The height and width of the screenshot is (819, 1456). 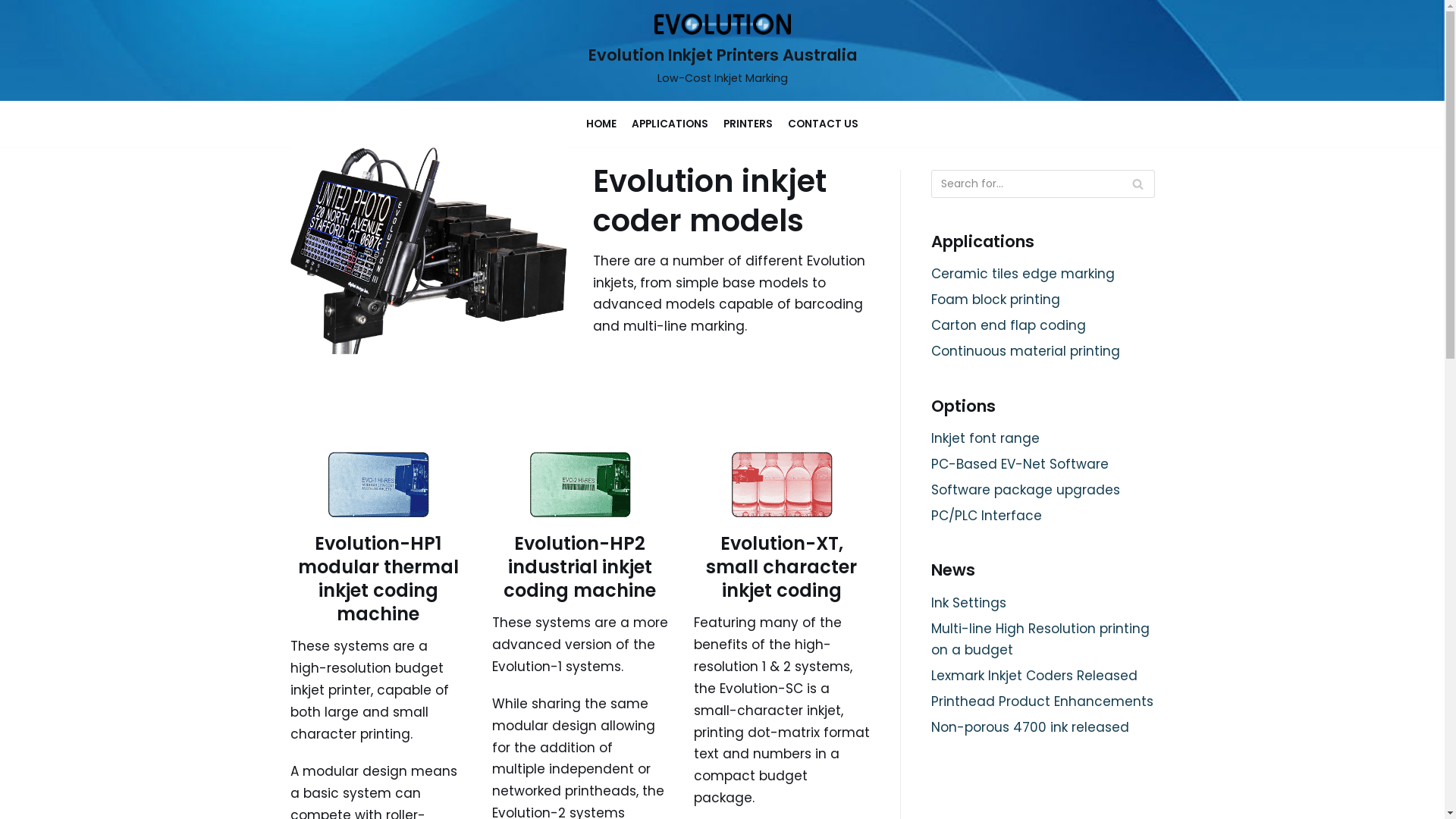 I want to click on 'HOME', so click(x=600, y=123).